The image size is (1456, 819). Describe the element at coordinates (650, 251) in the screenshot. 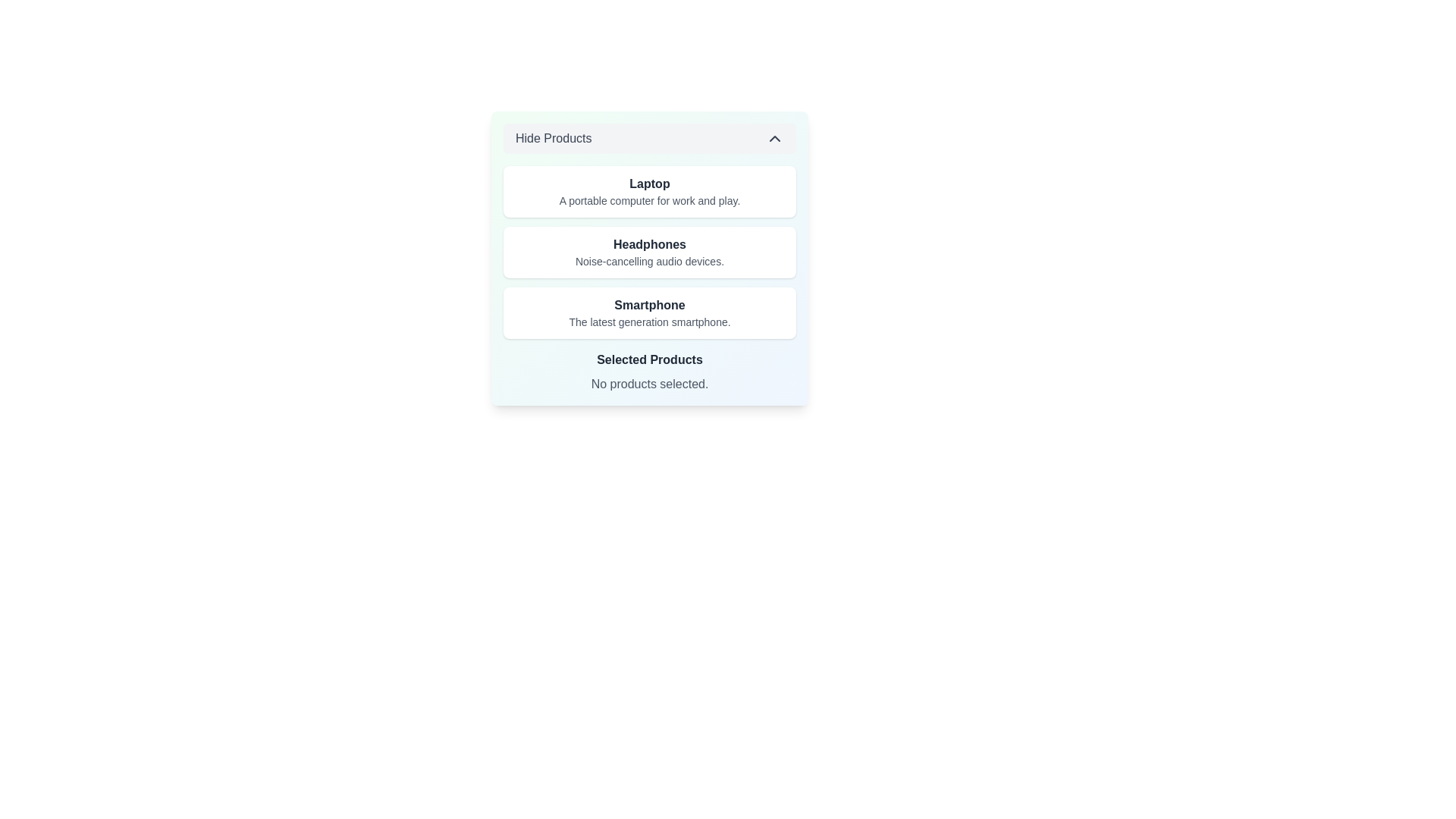

I see `the list item displaying 'Headphones' with the subtitle 'Noise-cancelling audio devices'` at that location.